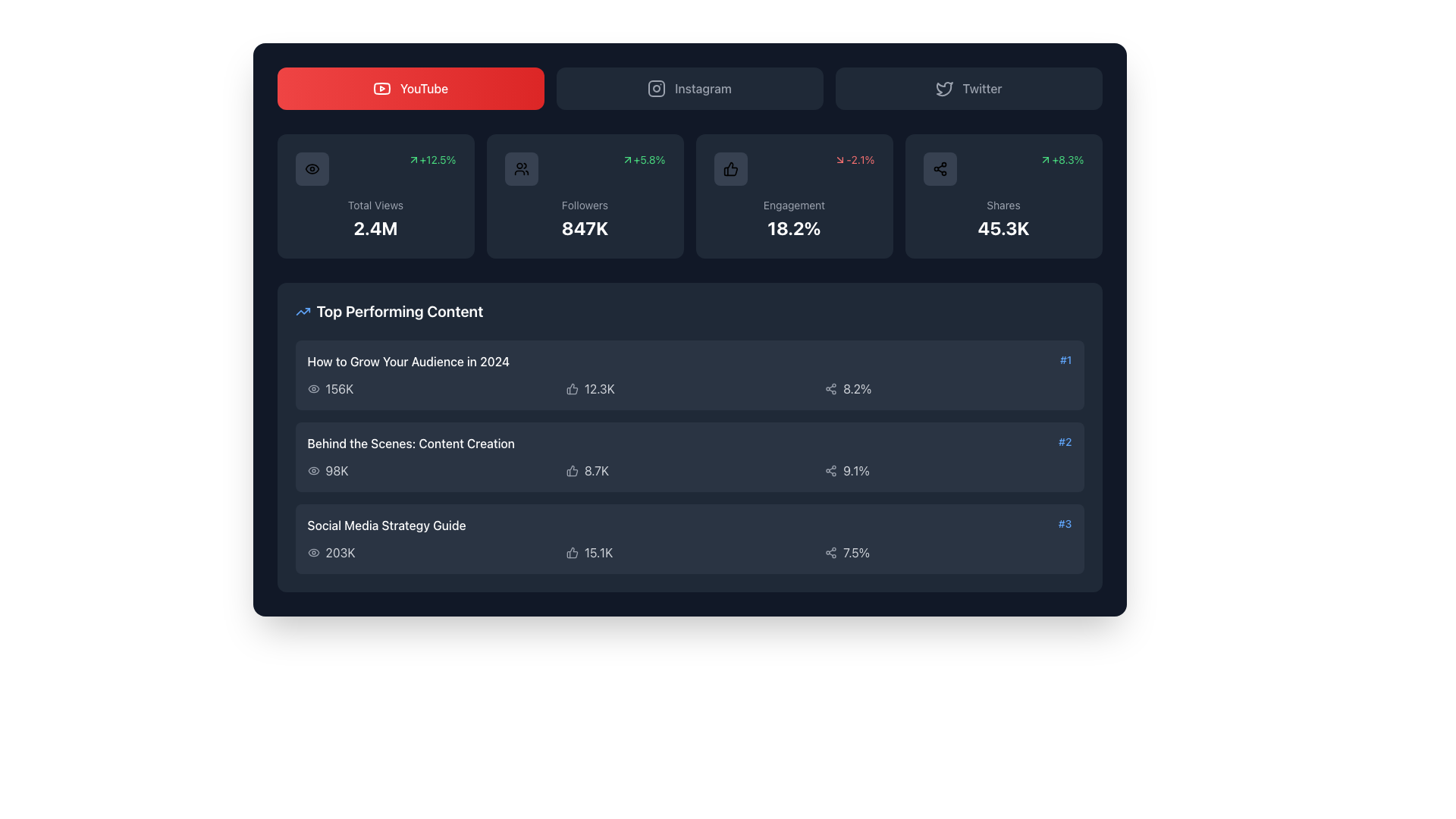 The width and height of the screenshot is (1456, 819). I want to click on the arrow icon representing a negative trend, which is part of a box displaying the percentage '-2.1%' in the second row and third column of the dashboard grid, so click(839, 160).